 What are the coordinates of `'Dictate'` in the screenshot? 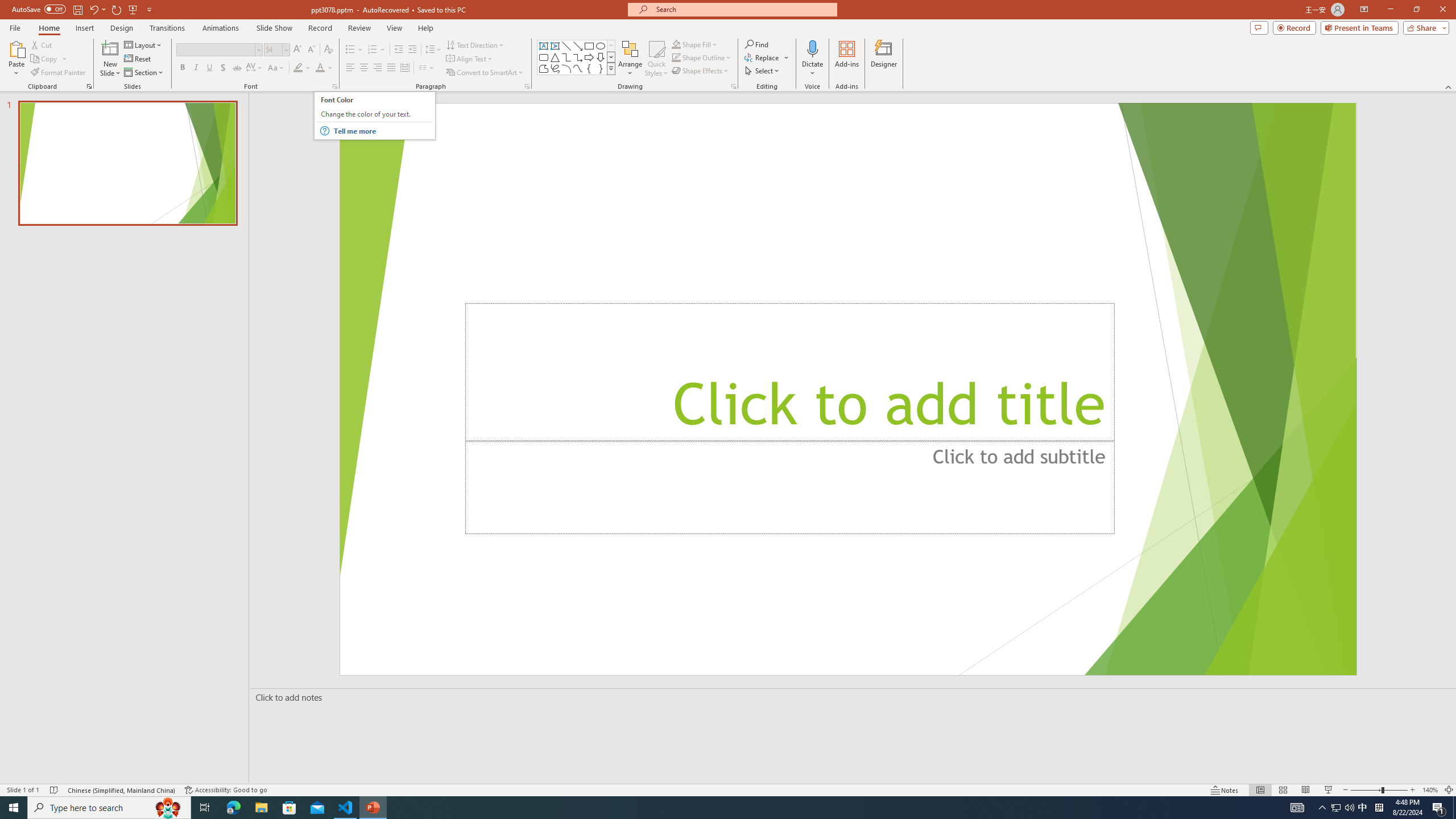 It's located at (812, 59).